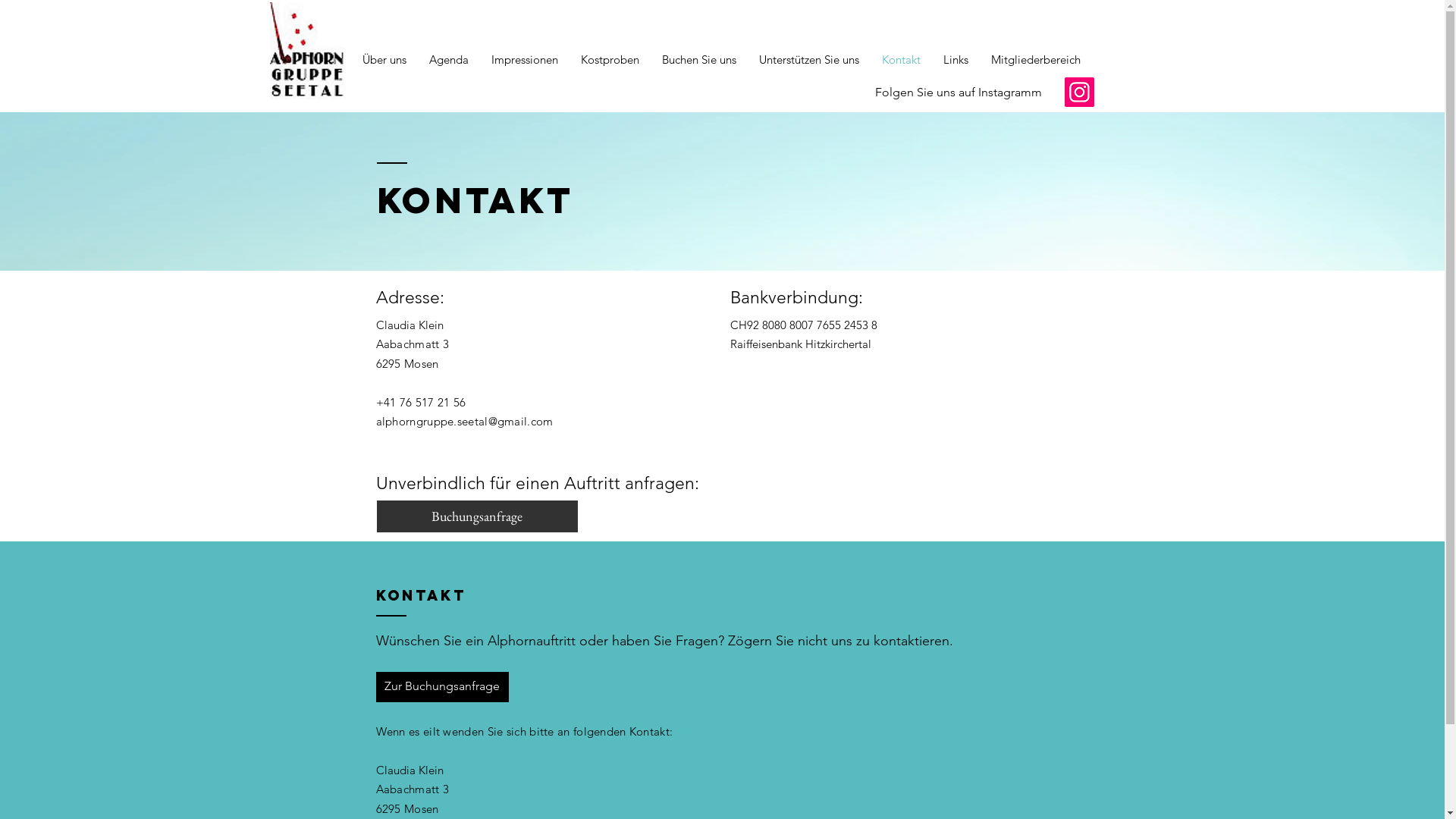 The width and height of the screenshot is (1456, 819). Describe the element at coordinates (417, 58) in the screenshot. I see `'Agenda'` at that location.